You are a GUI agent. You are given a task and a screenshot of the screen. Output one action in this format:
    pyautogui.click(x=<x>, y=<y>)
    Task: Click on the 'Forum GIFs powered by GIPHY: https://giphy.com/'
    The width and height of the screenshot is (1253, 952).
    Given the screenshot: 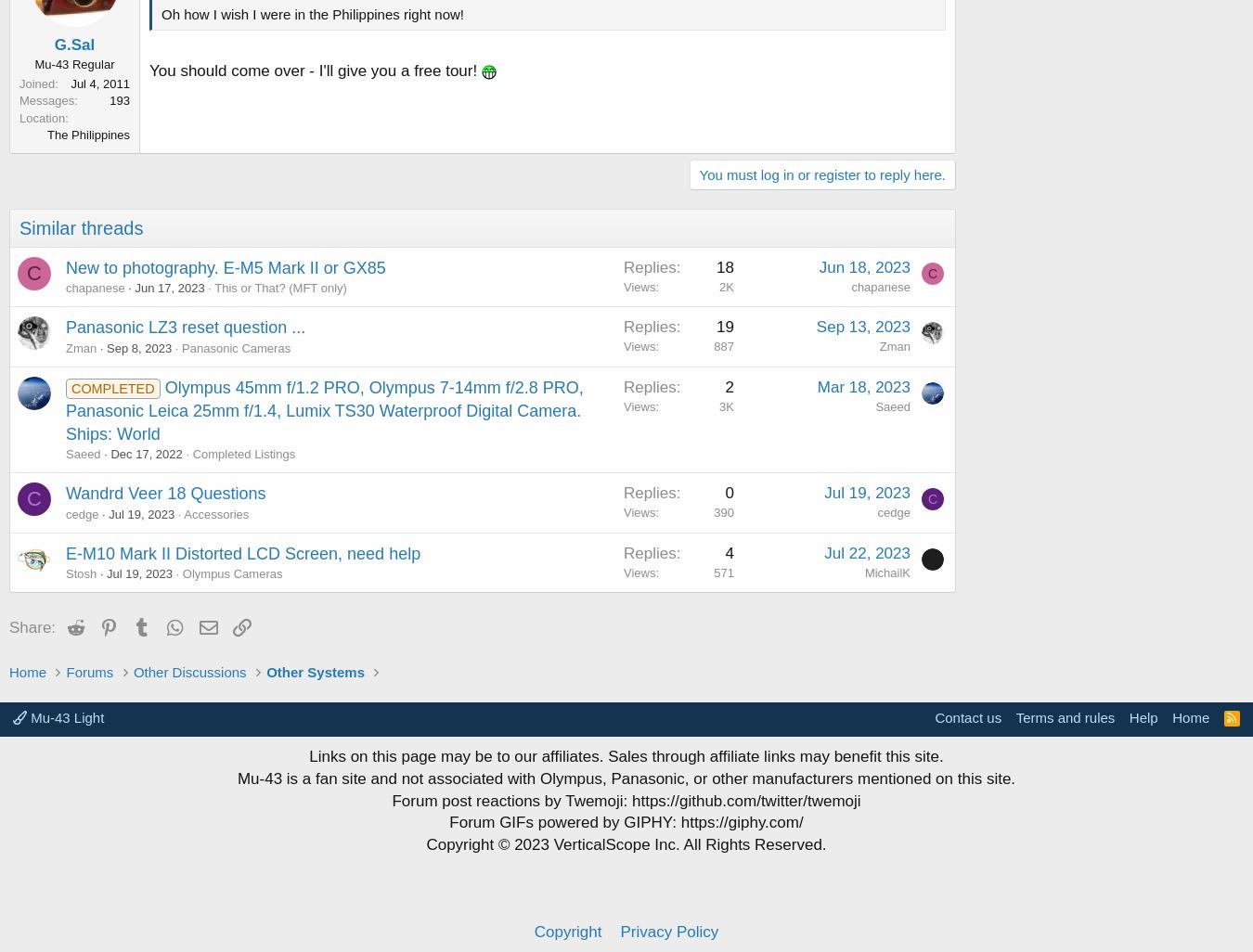 What is the action you would take?
    pyautogui.click(x=626, y=821)
    